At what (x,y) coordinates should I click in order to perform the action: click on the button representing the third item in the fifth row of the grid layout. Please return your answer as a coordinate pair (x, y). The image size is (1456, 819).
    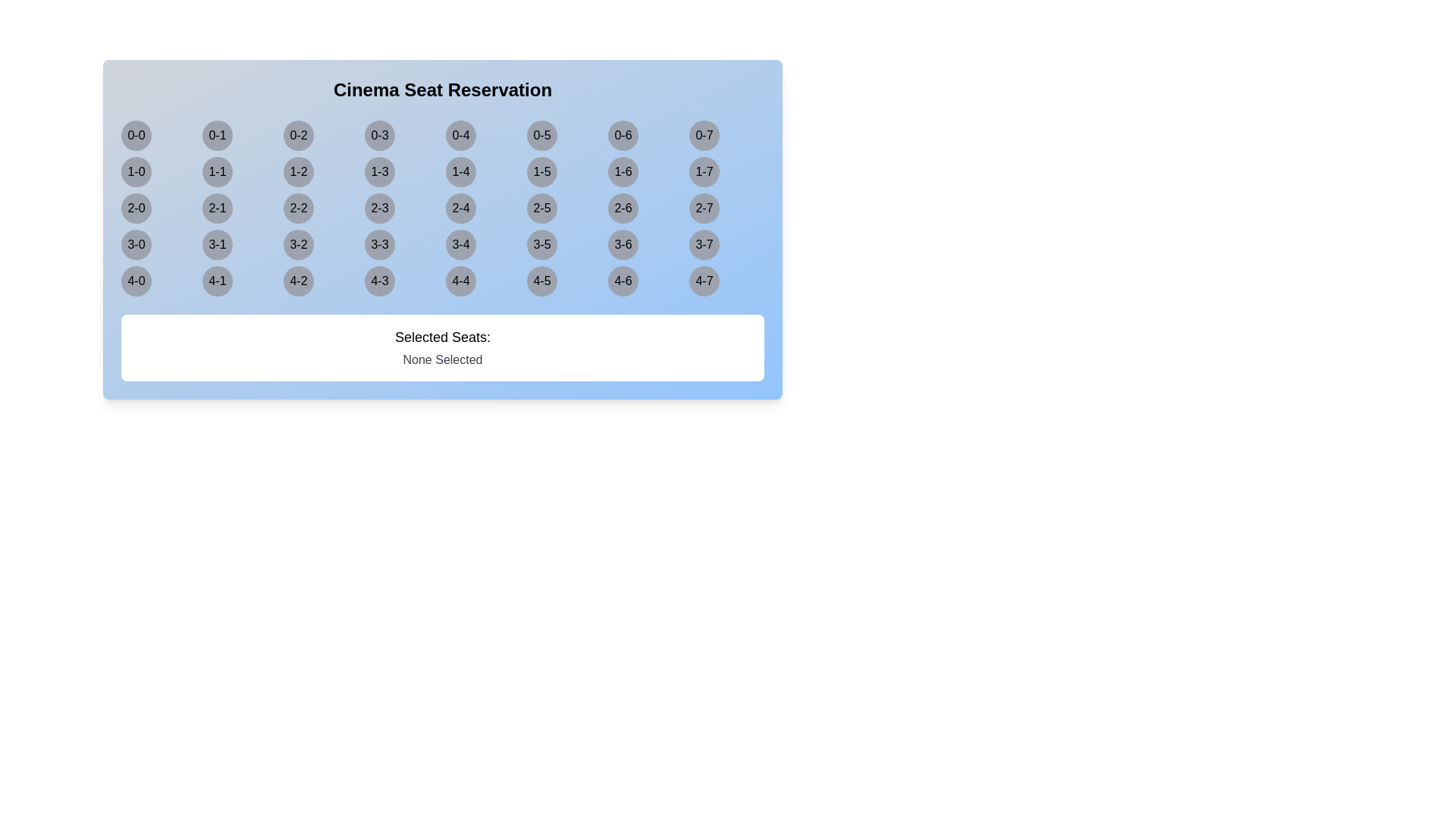
    Looking at the image, I should click on (298, 281).